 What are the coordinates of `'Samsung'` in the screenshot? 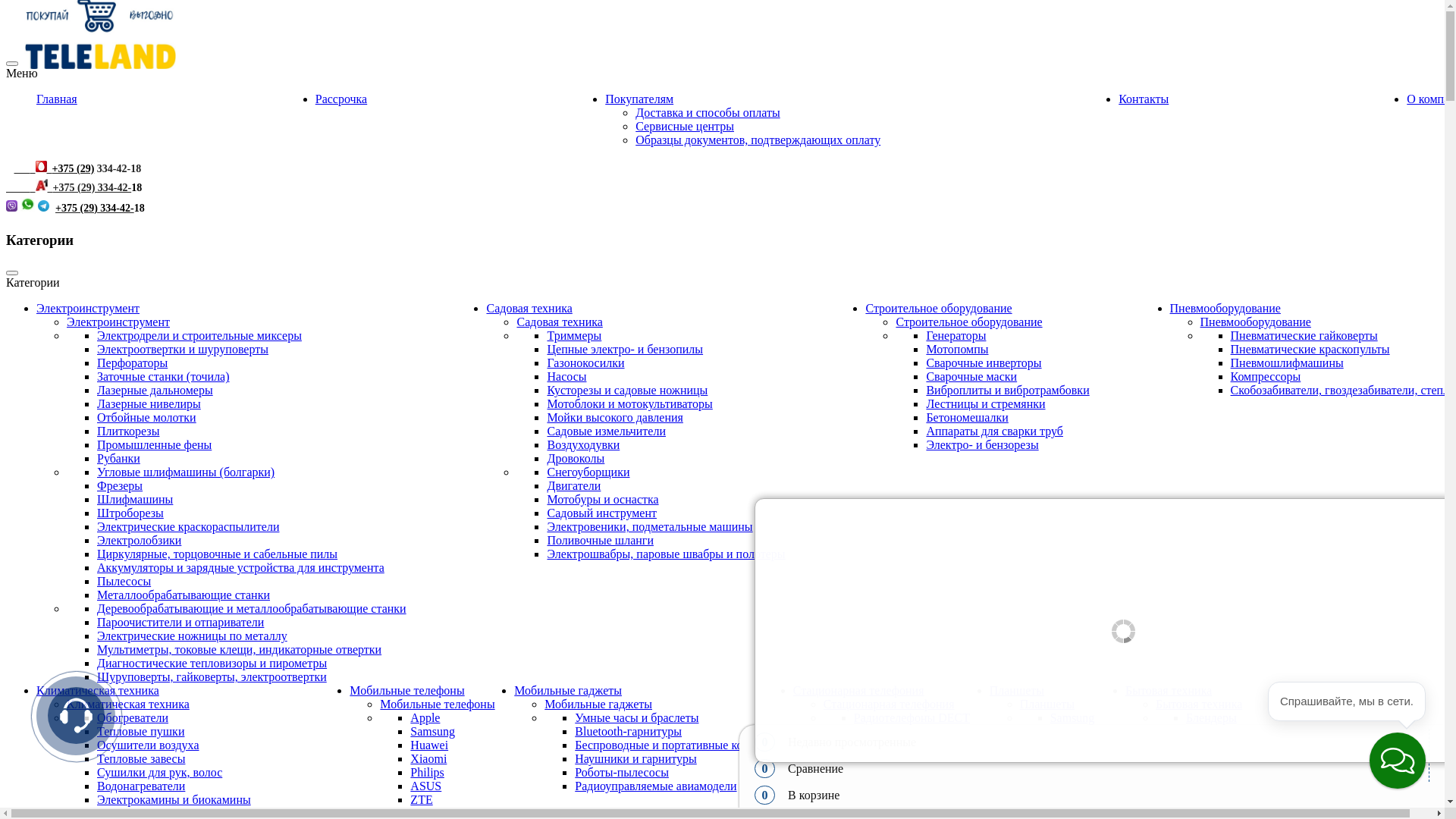 It's located at (431, 730).